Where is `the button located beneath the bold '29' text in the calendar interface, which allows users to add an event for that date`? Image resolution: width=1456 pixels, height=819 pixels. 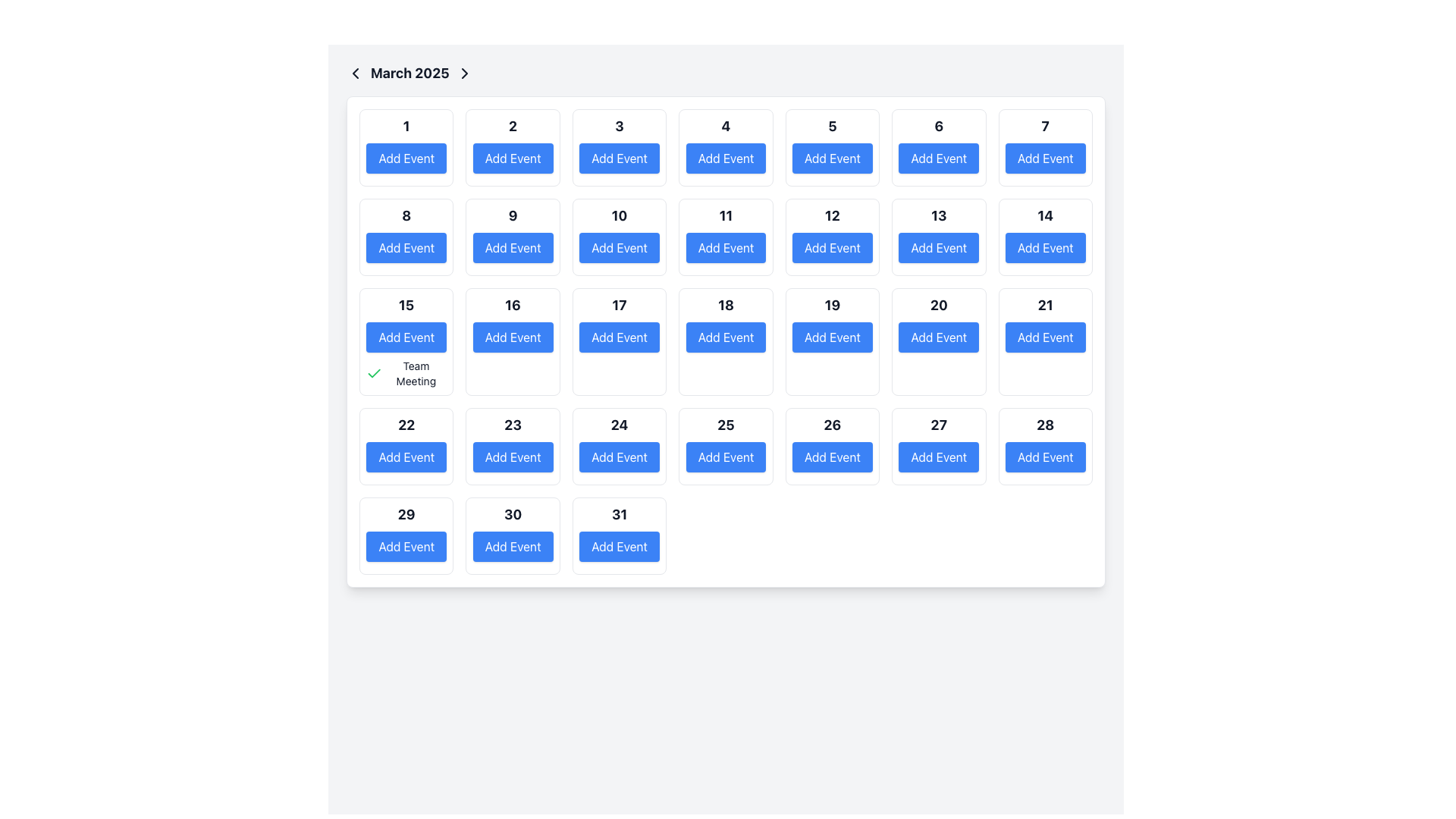 the button located beneath the bold '29' text in the calendar interface, which allows users to add an event for that date is located at coordinates (406, 547).